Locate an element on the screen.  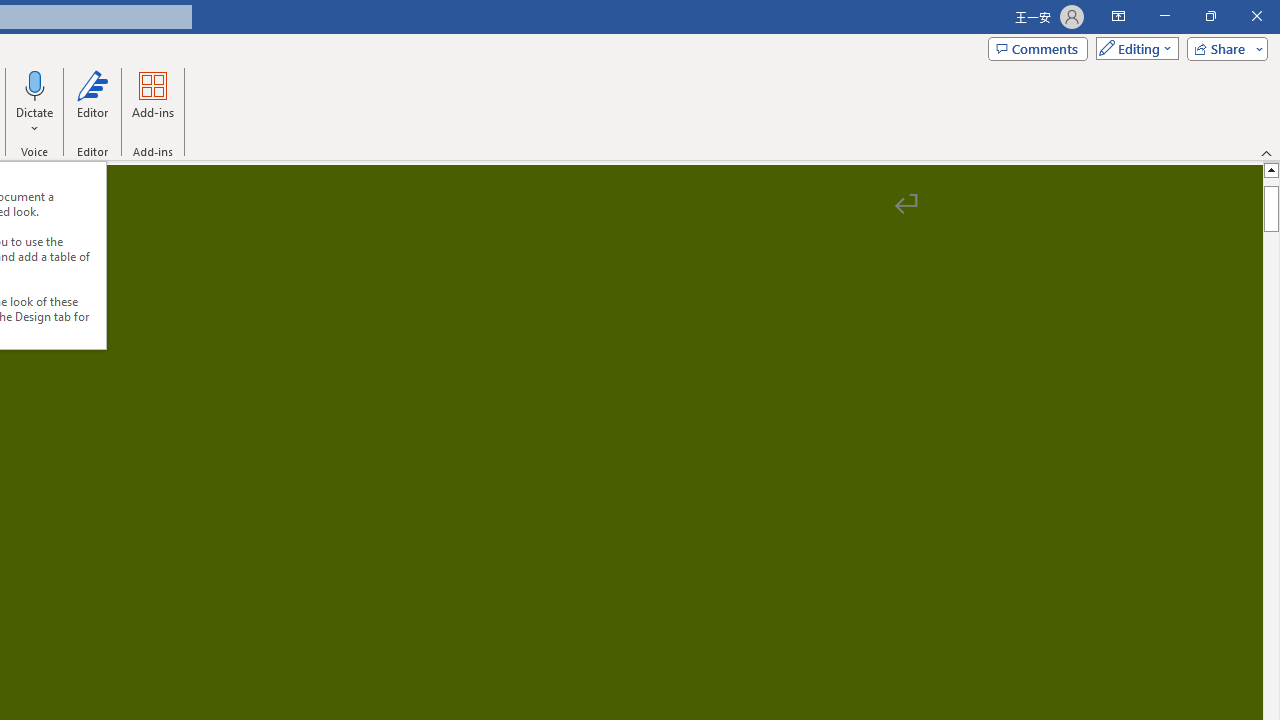
'Close' is located at coordinates (1255, 16).